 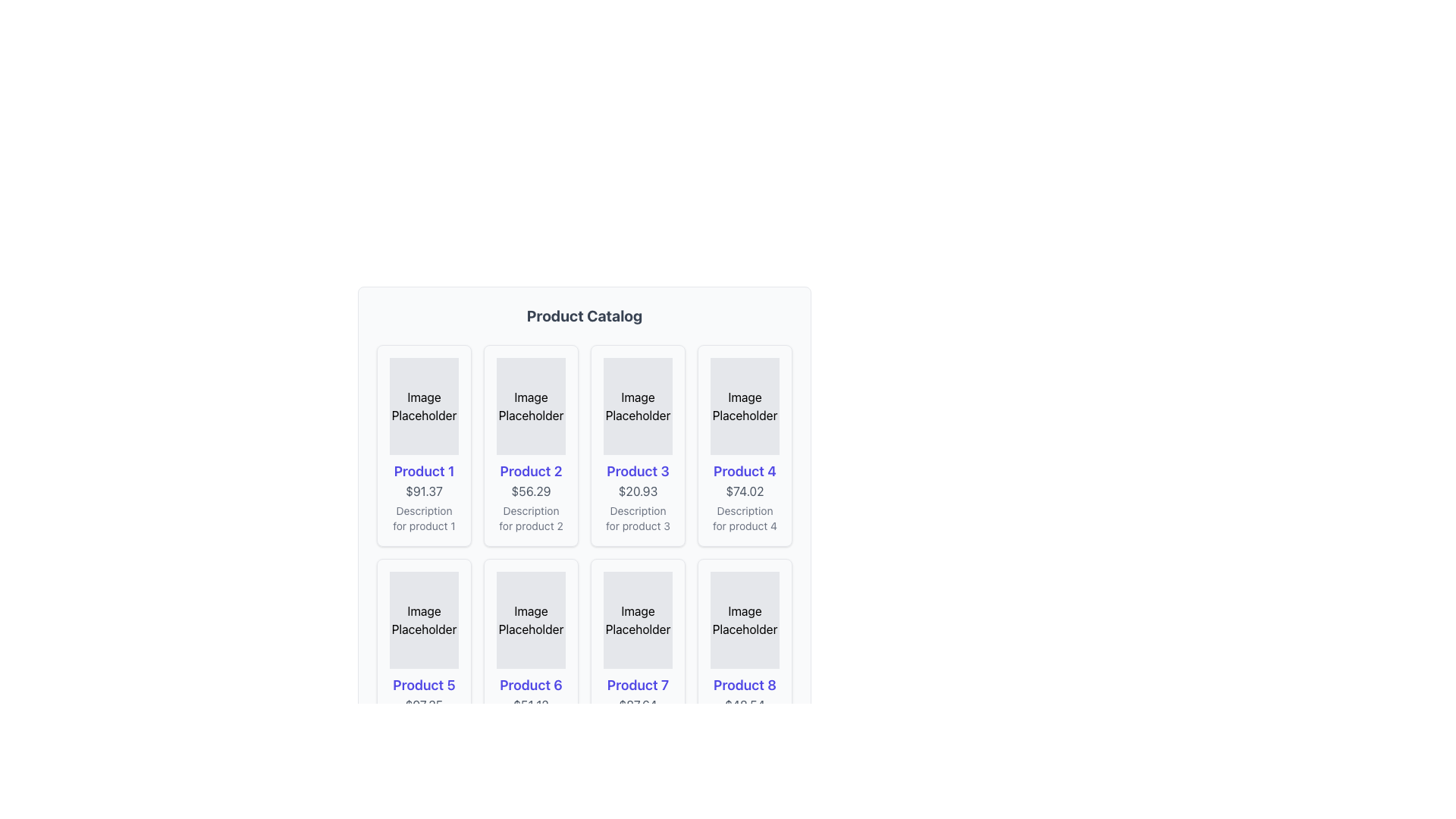 What do you see at coordinates (531, 470) in the screenshot?
I see `the bold, indigo colored text label displaying 'Product 2' if it is linked, located in the second column of a 4x2 grid of product items` at bounding box center [531, 470].